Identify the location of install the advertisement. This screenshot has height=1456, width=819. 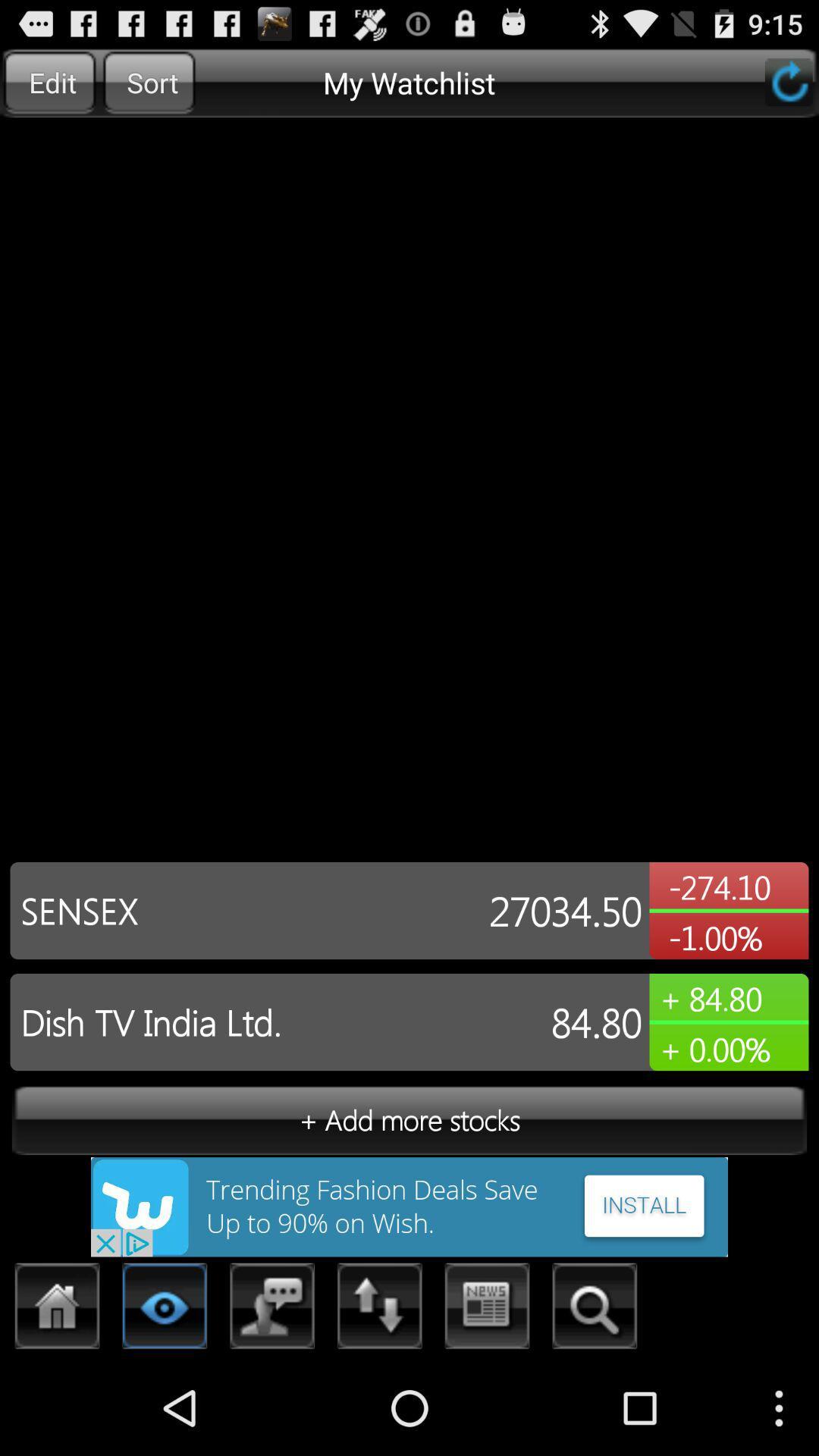
(409, 1206).